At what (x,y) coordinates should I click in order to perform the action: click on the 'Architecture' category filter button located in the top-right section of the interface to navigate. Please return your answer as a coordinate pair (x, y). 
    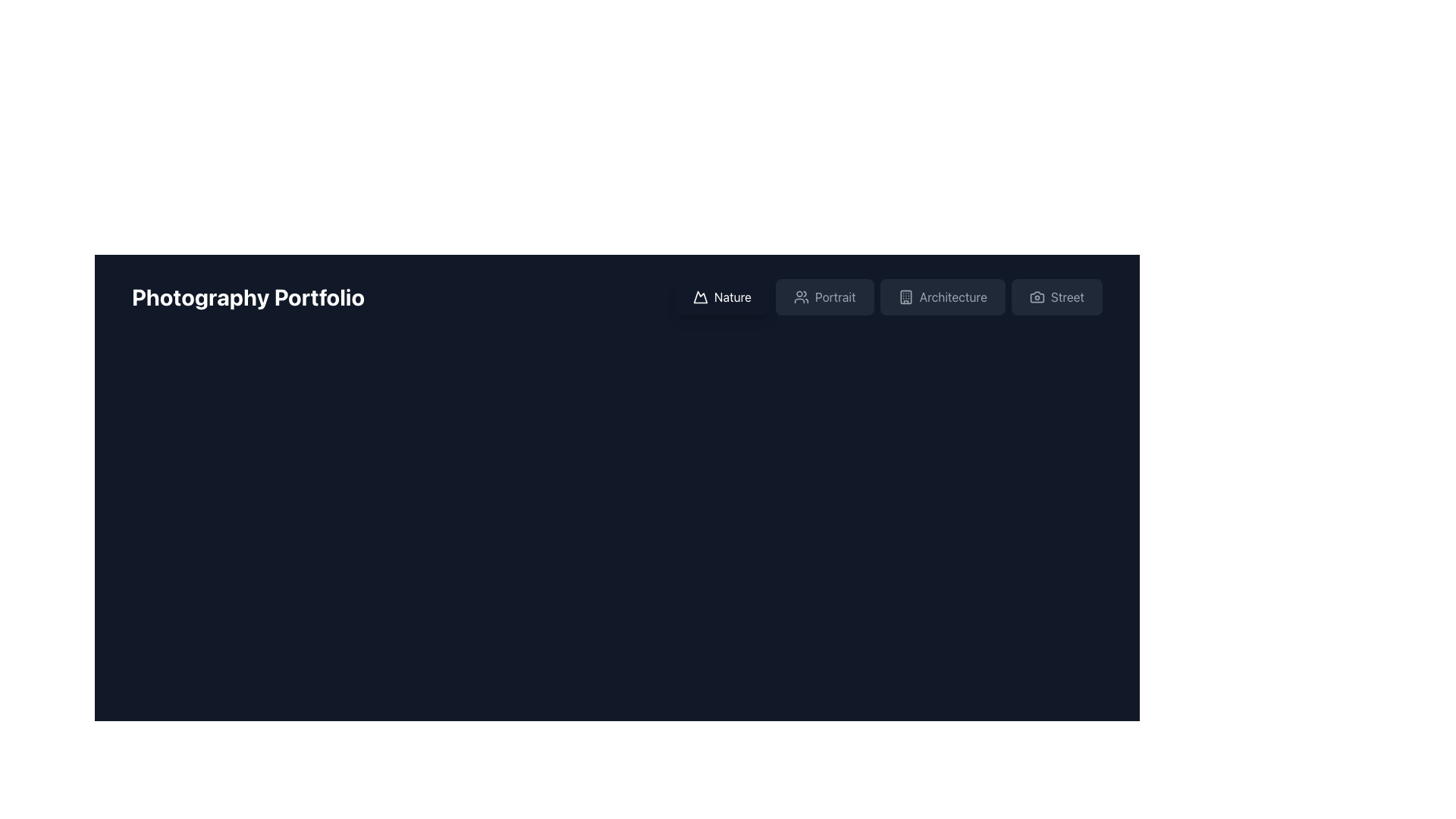
    Looking at the image, I should click on (888, 297).